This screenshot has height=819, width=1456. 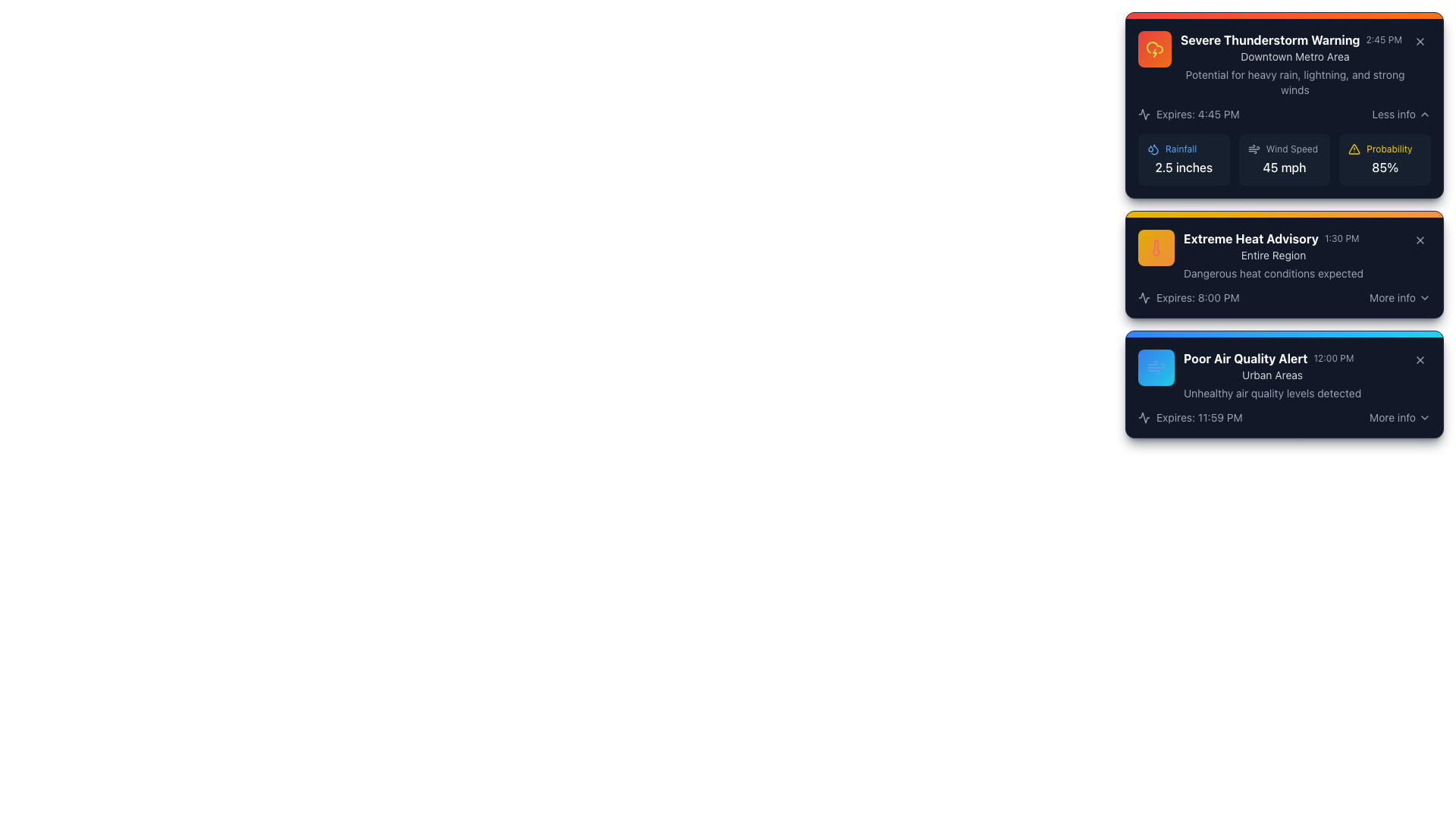 I want to click on the small, blue-outlined droplet icon located to the left of the text 'Rainfall', so click(x=1153, y=149).